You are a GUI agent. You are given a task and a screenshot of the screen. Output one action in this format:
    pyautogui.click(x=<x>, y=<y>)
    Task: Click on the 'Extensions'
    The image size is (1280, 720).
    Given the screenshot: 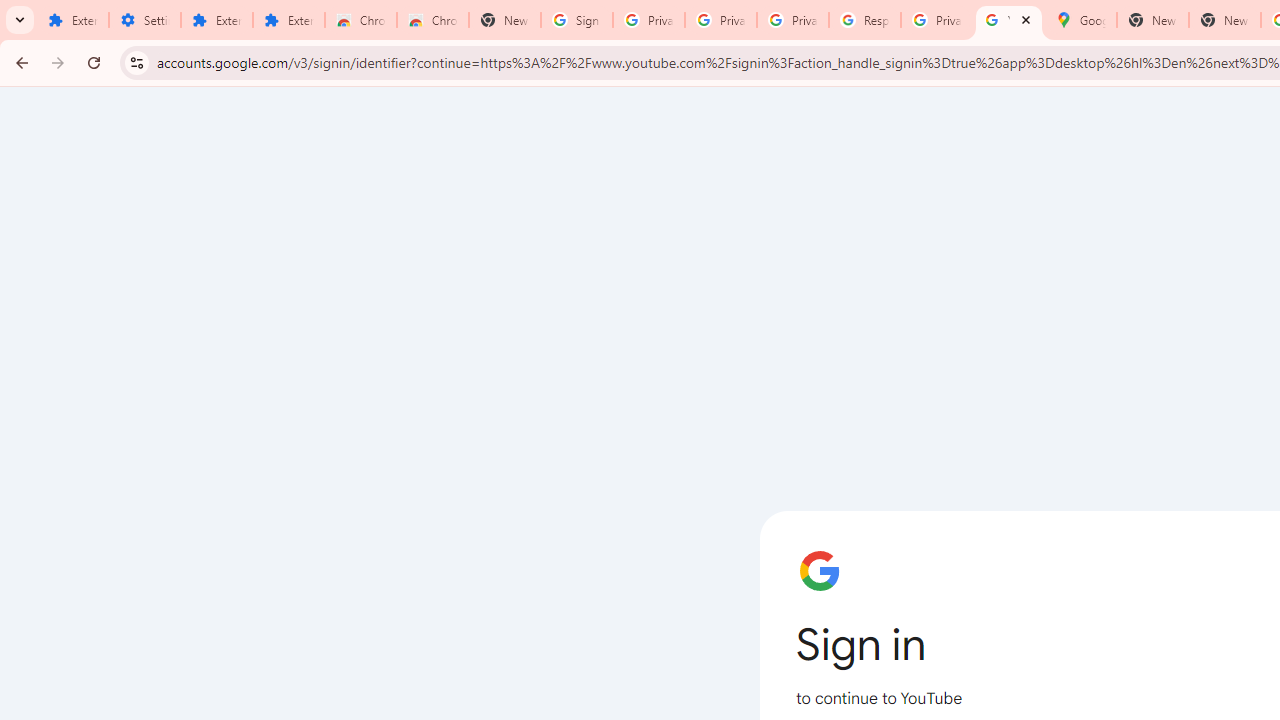 What is the action you would take?
    pyautogui.click(x=288, y=20)
    